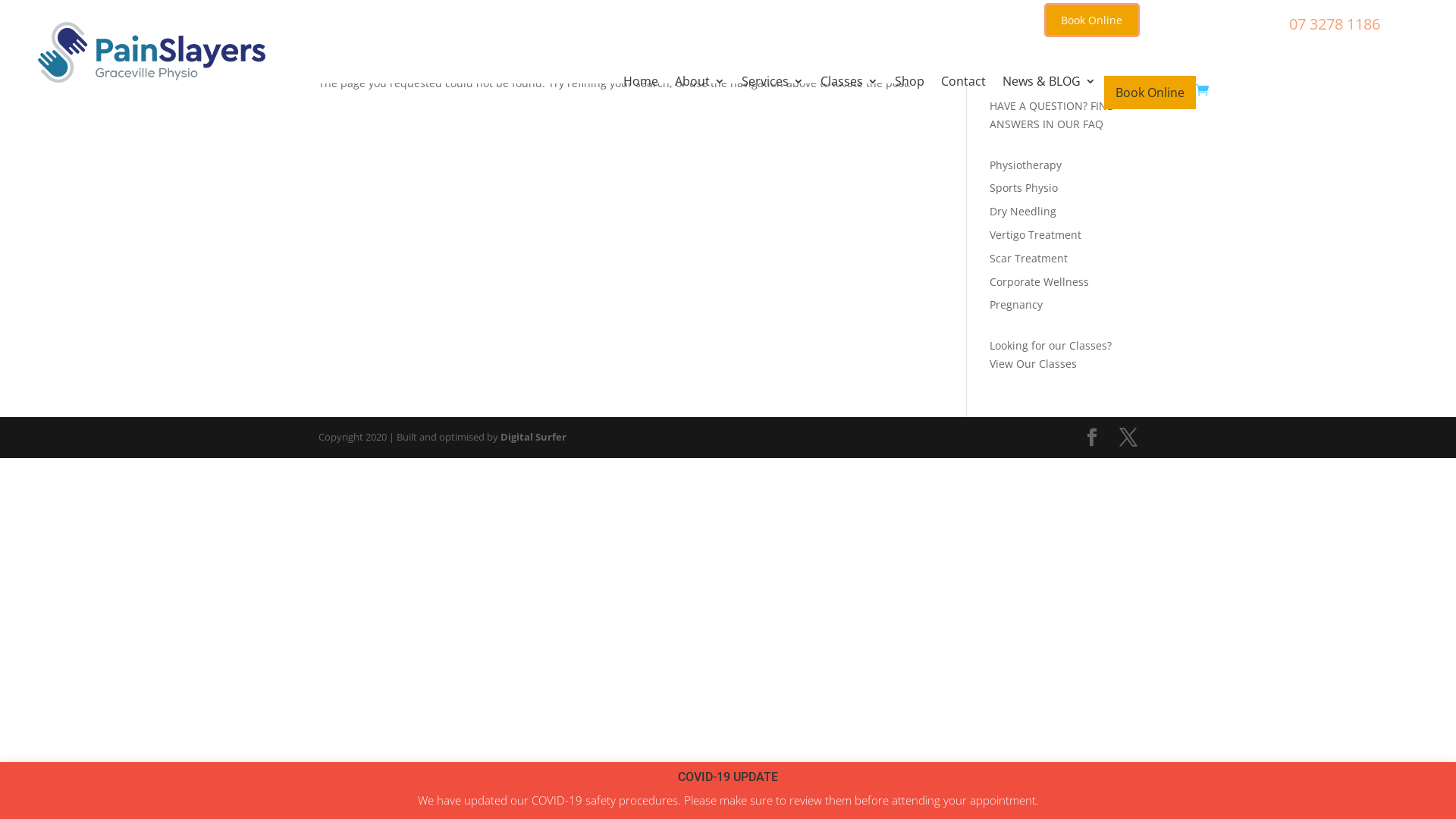 The image size is (1456, 819). I want to click on 'Sports Physio', so click(1023, 187).